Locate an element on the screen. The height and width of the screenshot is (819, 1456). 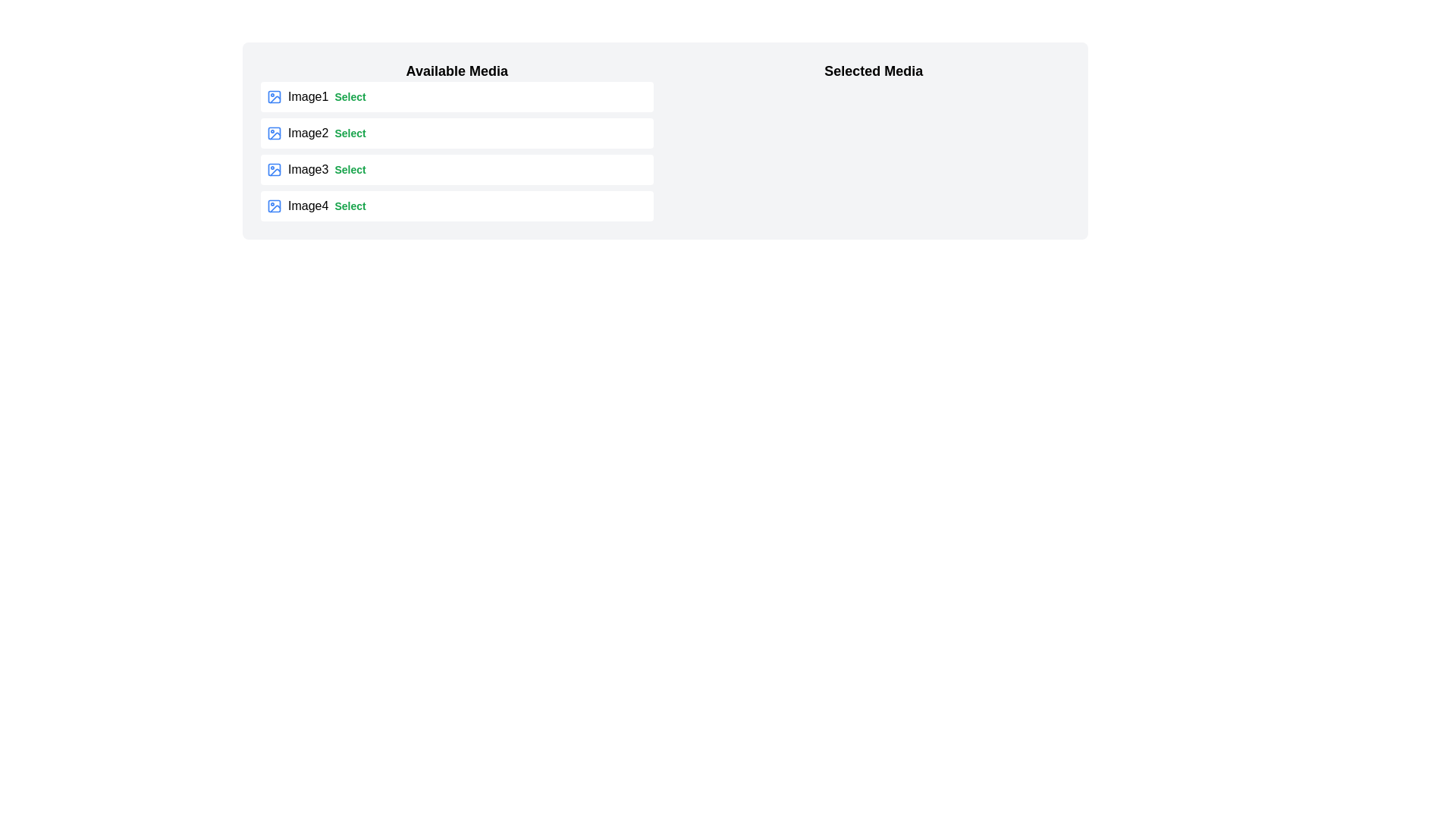
the 'Select' link in the List item labeled 'Image3' is located at coordinates (456, 169).